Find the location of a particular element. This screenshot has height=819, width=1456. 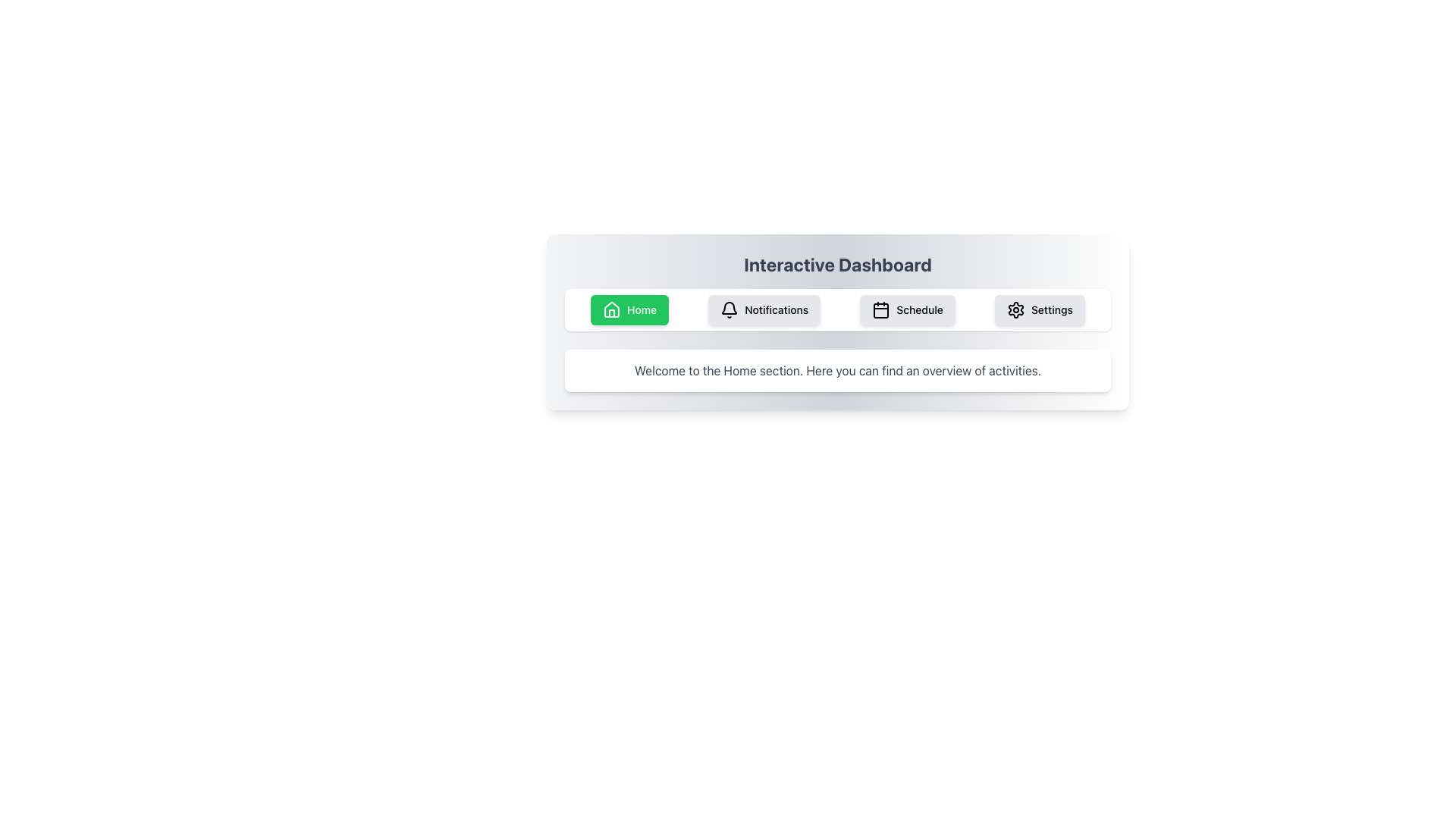

the calendar icon within the 'Schedule' button group, which is the third button in the horizontal navigation menu under 'Interactive Dashboard' is located at coordinates (881, 309).